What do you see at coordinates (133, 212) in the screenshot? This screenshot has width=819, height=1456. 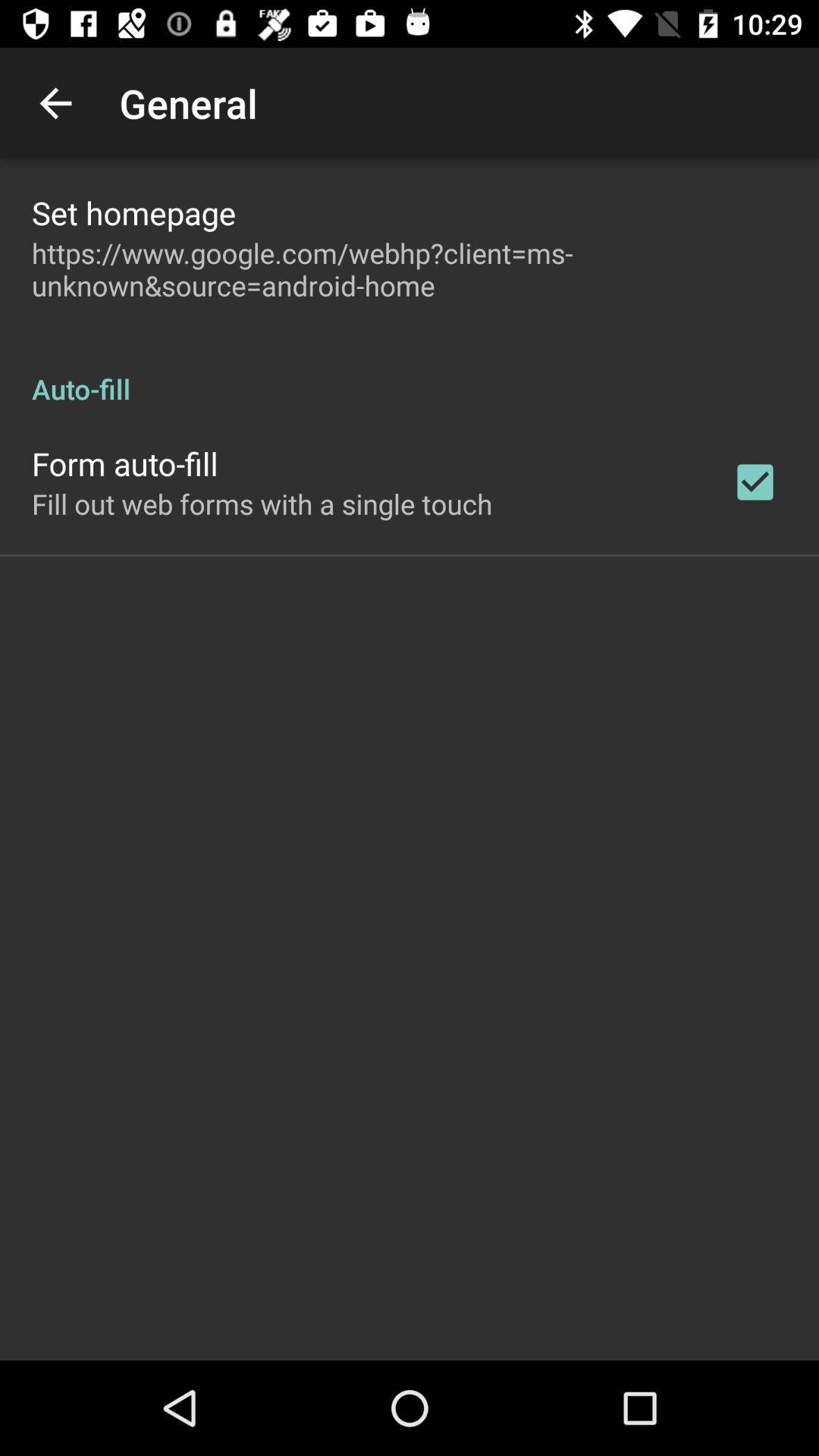 I see `the set homepage item` at bounding box center [133, 212].